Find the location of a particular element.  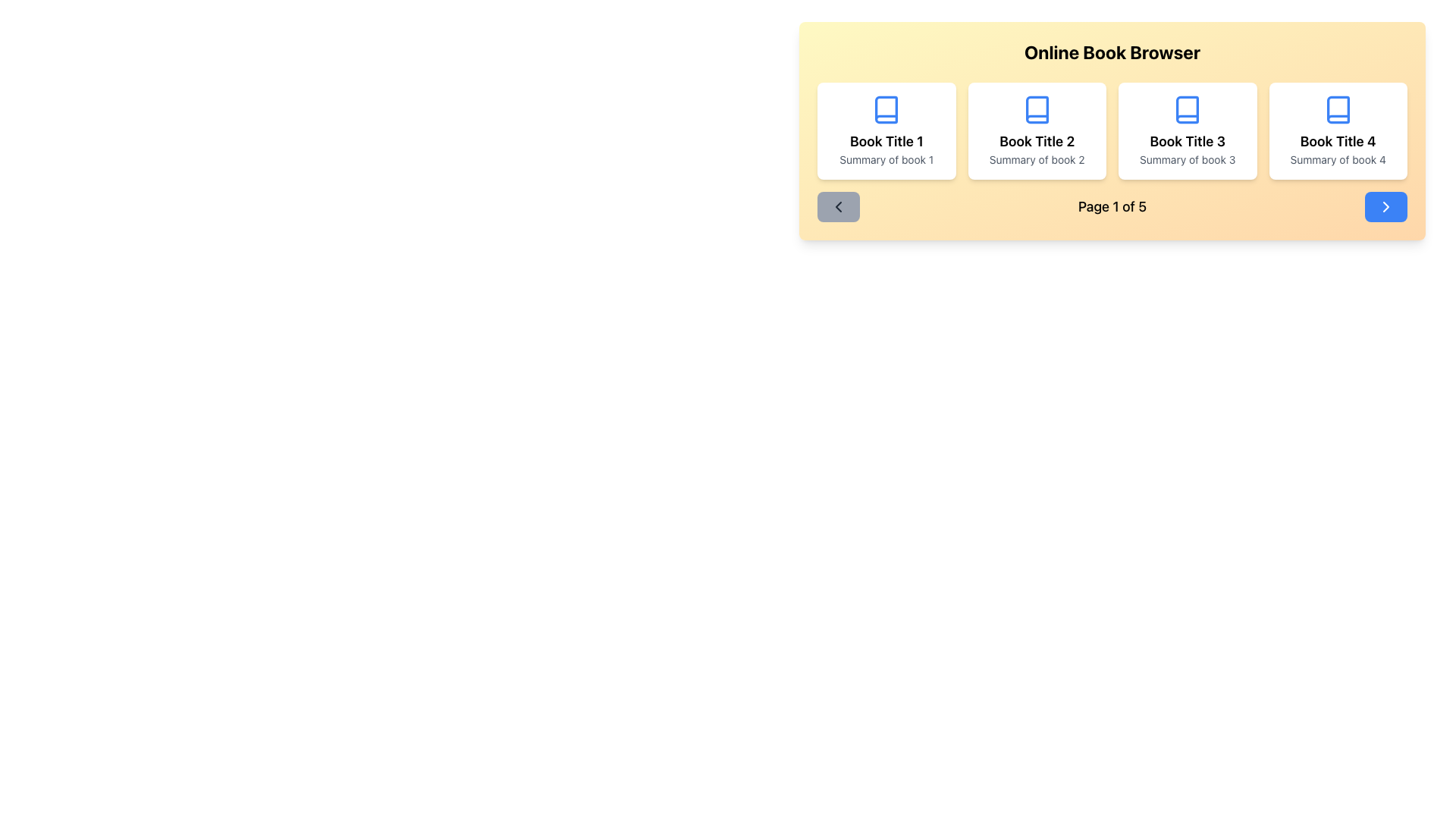

the leftmost navigation button in the bottom section is located at coordinates (837, 207).